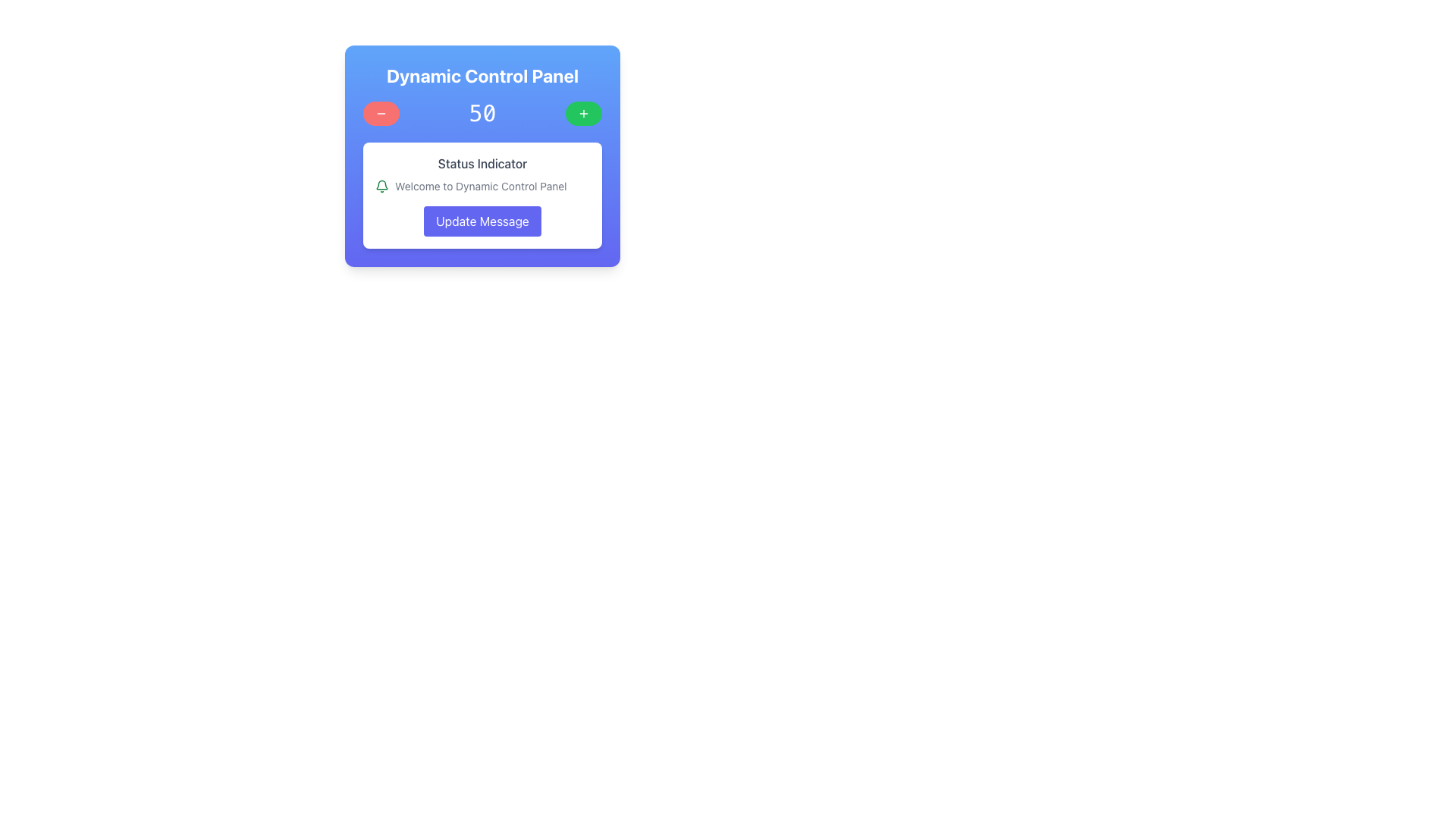 The image size is (1456, 819). What do you see at coordinates (482, 113) in the screenshot?
I see `the central numeric display labeled '50', which is styled in bold white monospaced font on a light blue background, situated between a red circular button and a green circular button` at bounding box center [482, 113].